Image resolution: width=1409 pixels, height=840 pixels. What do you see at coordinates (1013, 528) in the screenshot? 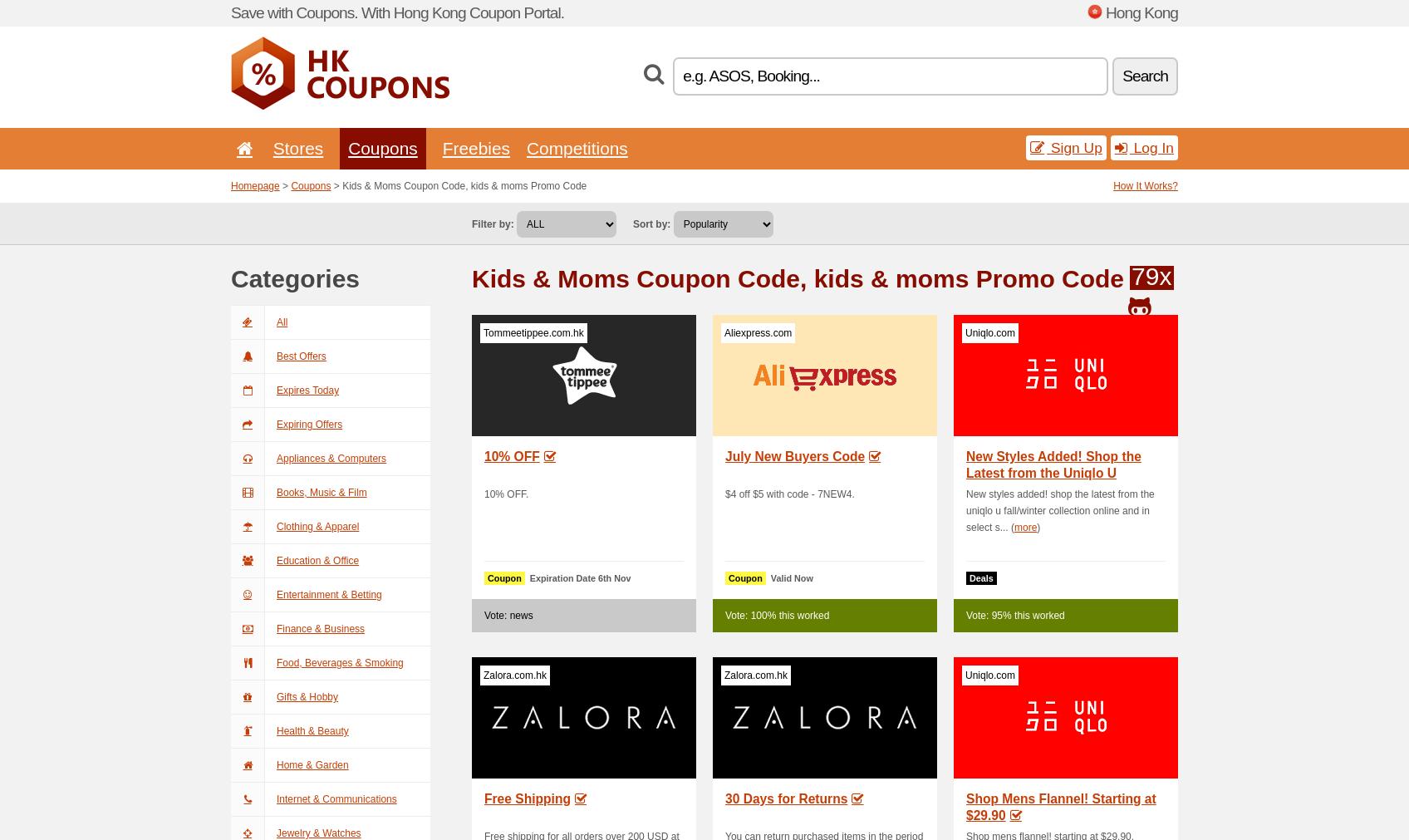
I see `'more'` at bounding box center [1013, 528].